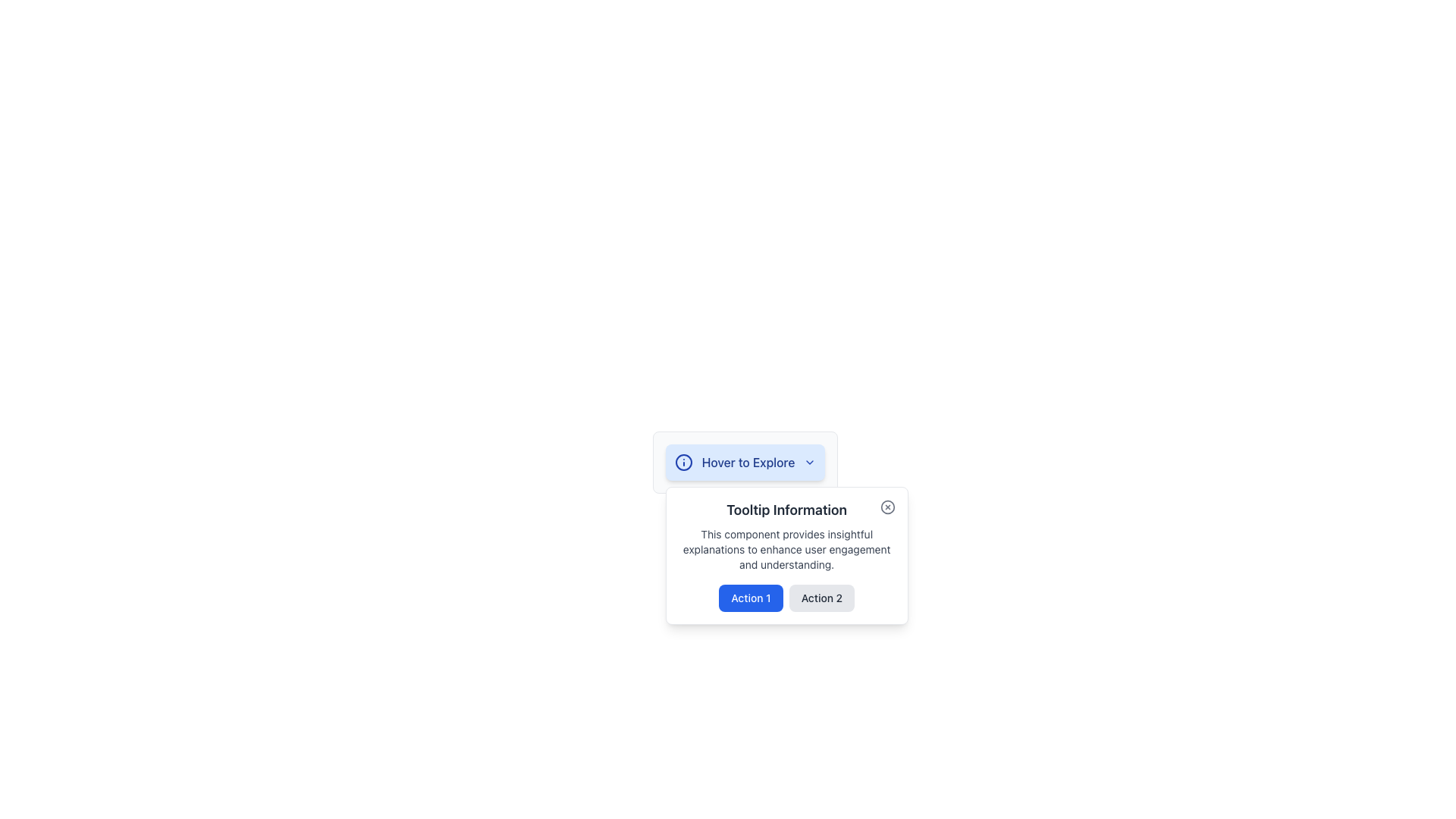 The height and width of the screenshot is (819, 1456). I want to click on the rectangular button with a light blue background and rounded edges, labeled 'Hover, so click(745, 461).